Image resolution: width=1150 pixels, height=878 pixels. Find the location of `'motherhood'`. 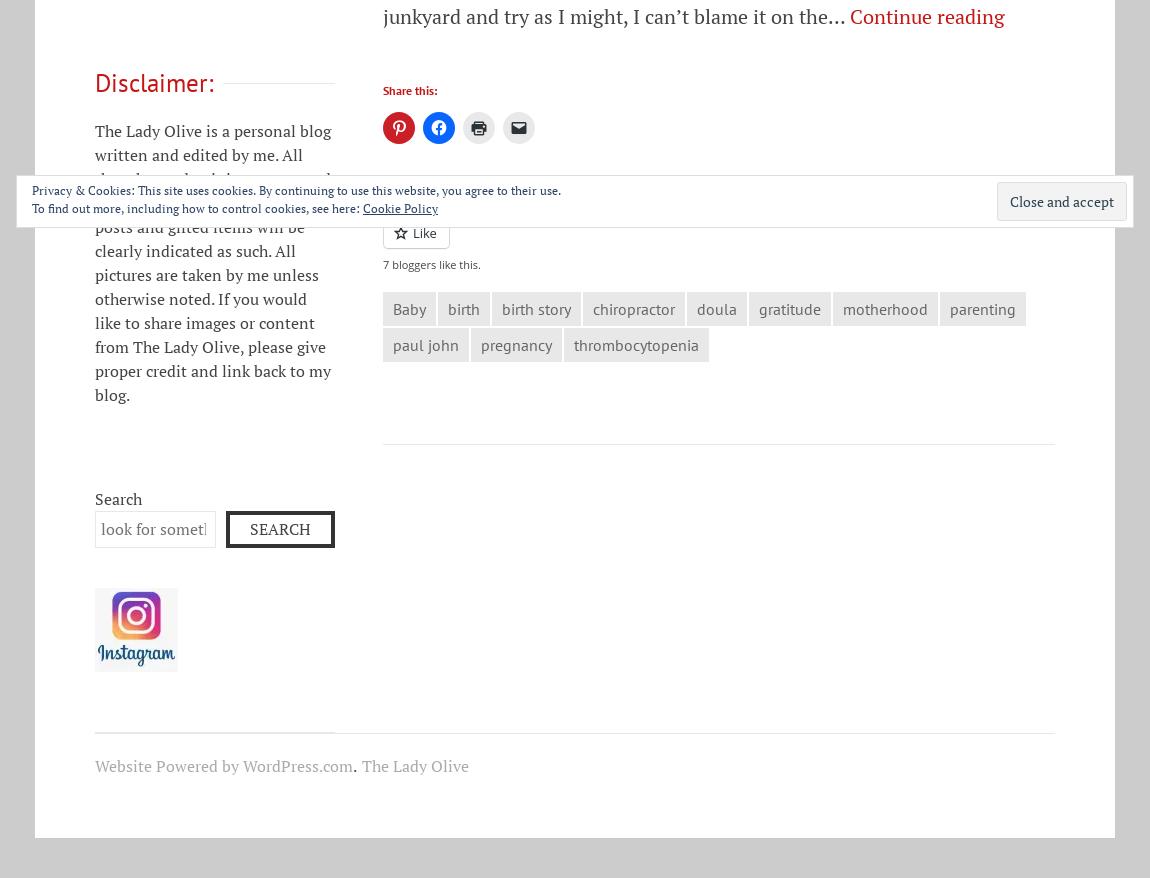

'motherhood' is located at coordinates (885, 308).